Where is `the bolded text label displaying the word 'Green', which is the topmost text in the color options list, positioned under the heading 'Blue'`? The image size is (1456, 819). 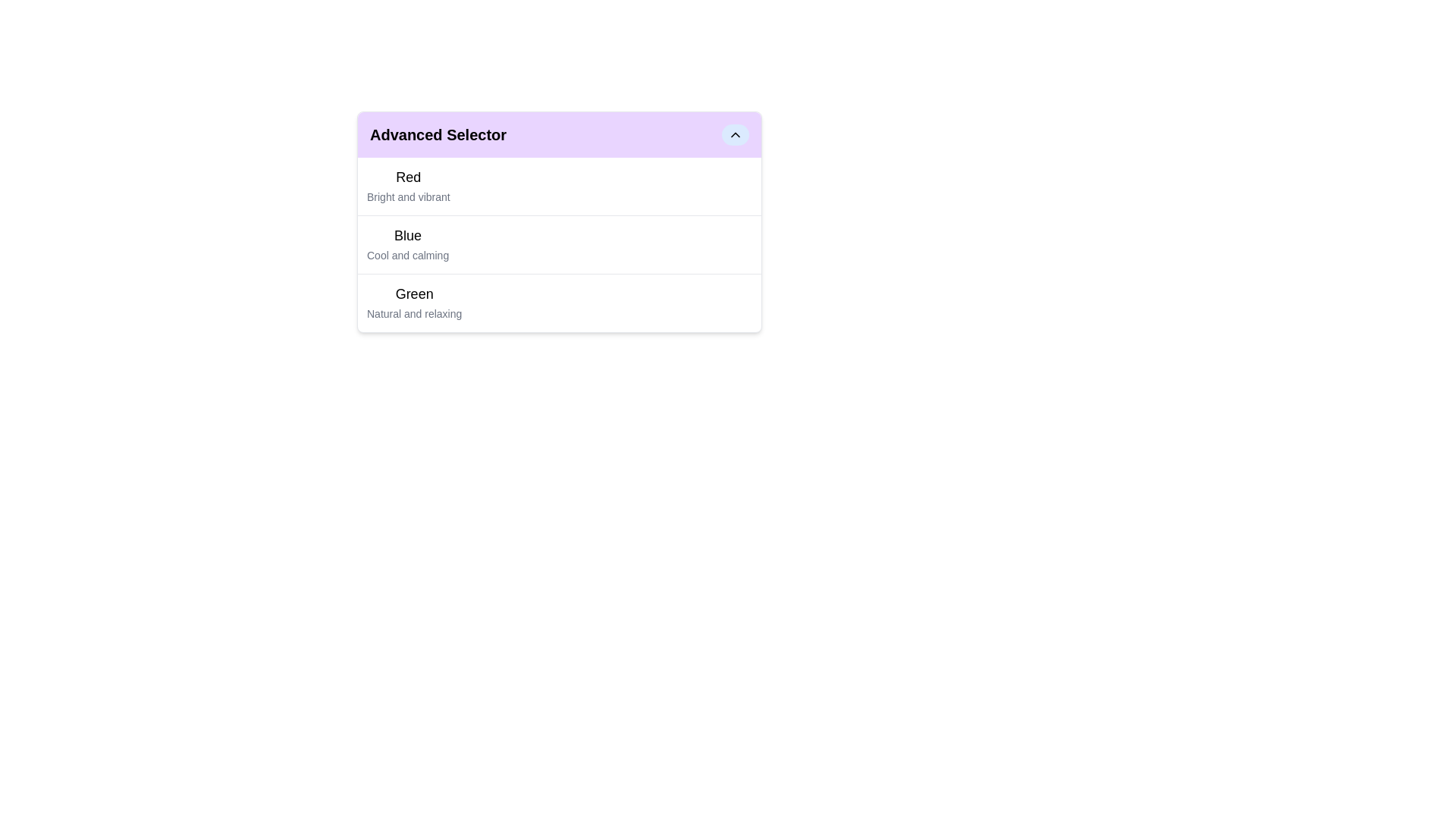
the bolded text label displaying the word 'Green', which is the topmost text in the color options list, positioned under the heading 'Blue' is located at coordinates (414, 294).